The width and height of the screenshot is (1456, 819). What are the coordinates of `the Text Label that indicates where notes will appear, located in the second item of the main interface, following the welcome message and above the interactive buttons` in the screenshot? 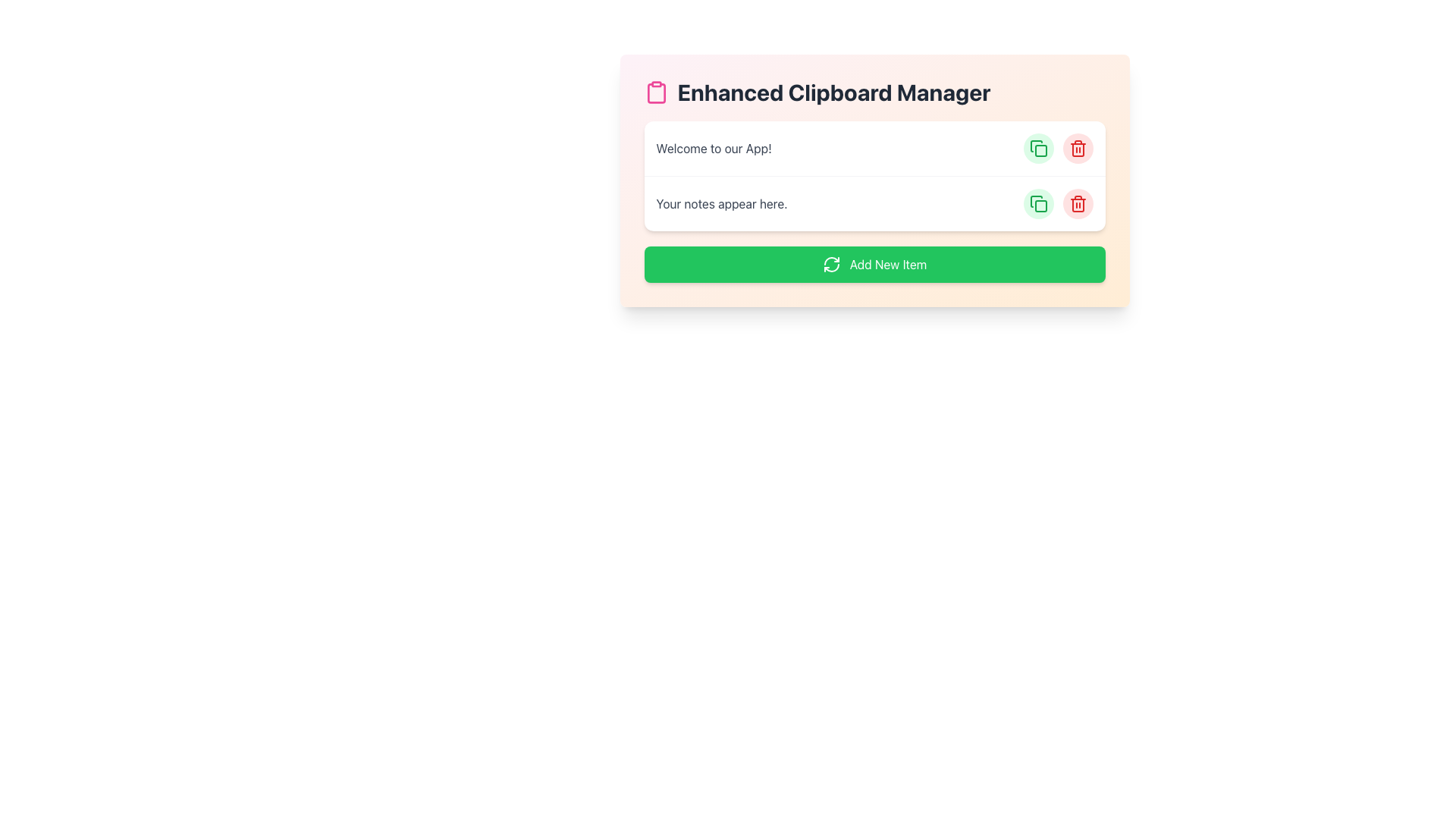 It's located at (721, 203).